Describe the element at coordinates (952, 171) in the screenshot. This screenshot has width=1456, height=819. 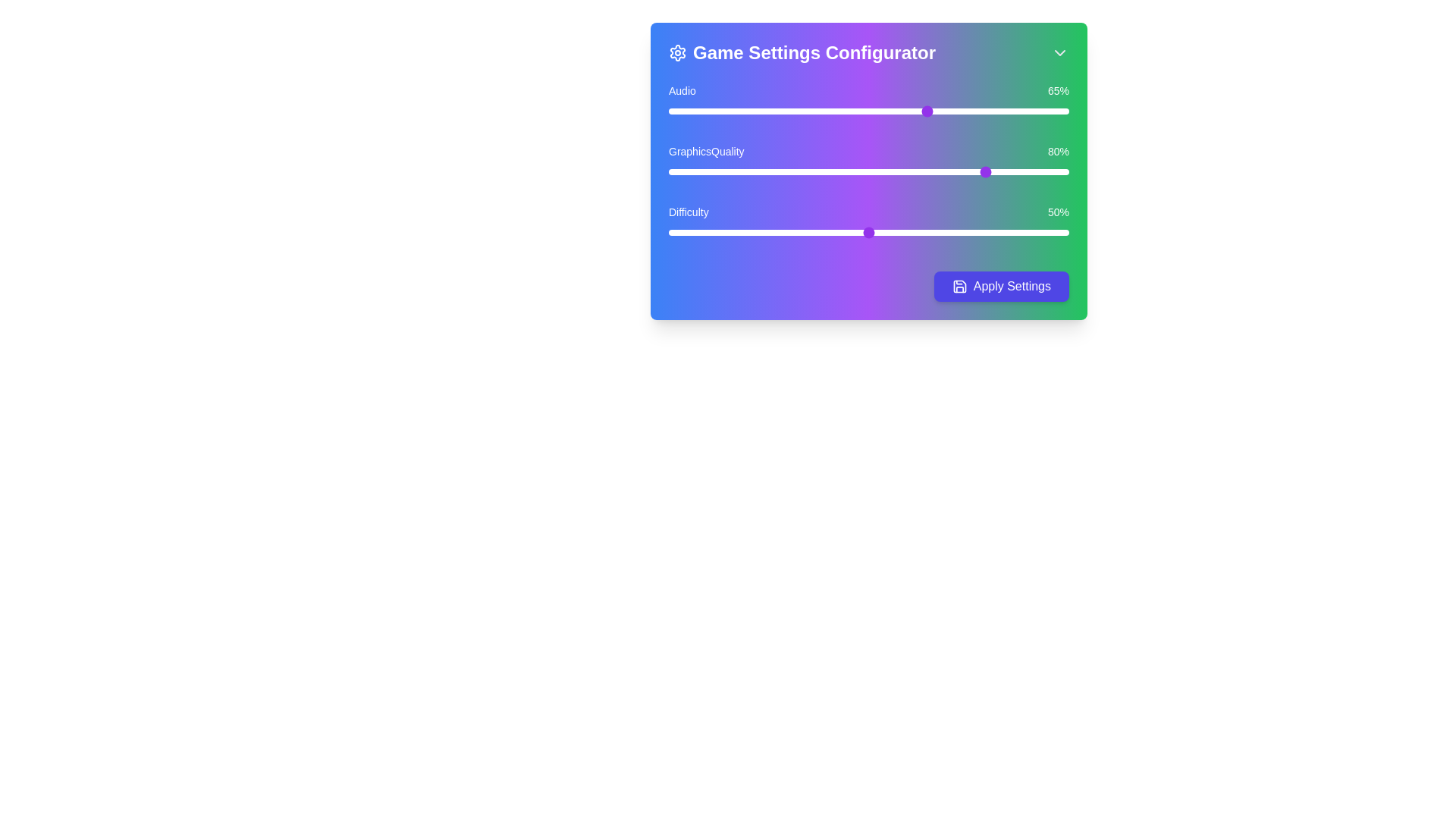
I see `the Graphics Quality` at that location.